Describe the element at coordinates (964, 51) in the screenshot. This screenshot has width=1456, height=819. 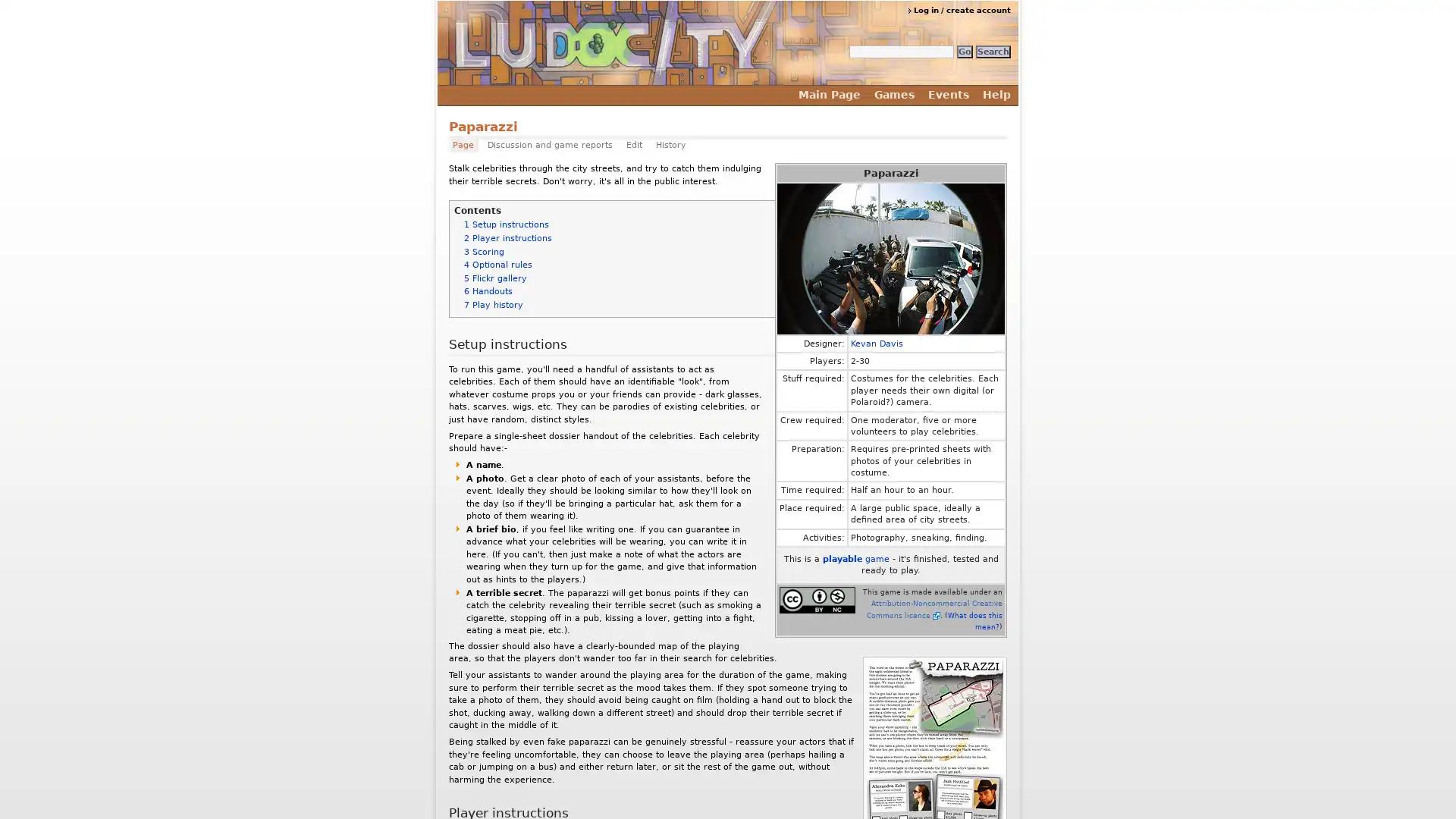
I see `Go` at that location.